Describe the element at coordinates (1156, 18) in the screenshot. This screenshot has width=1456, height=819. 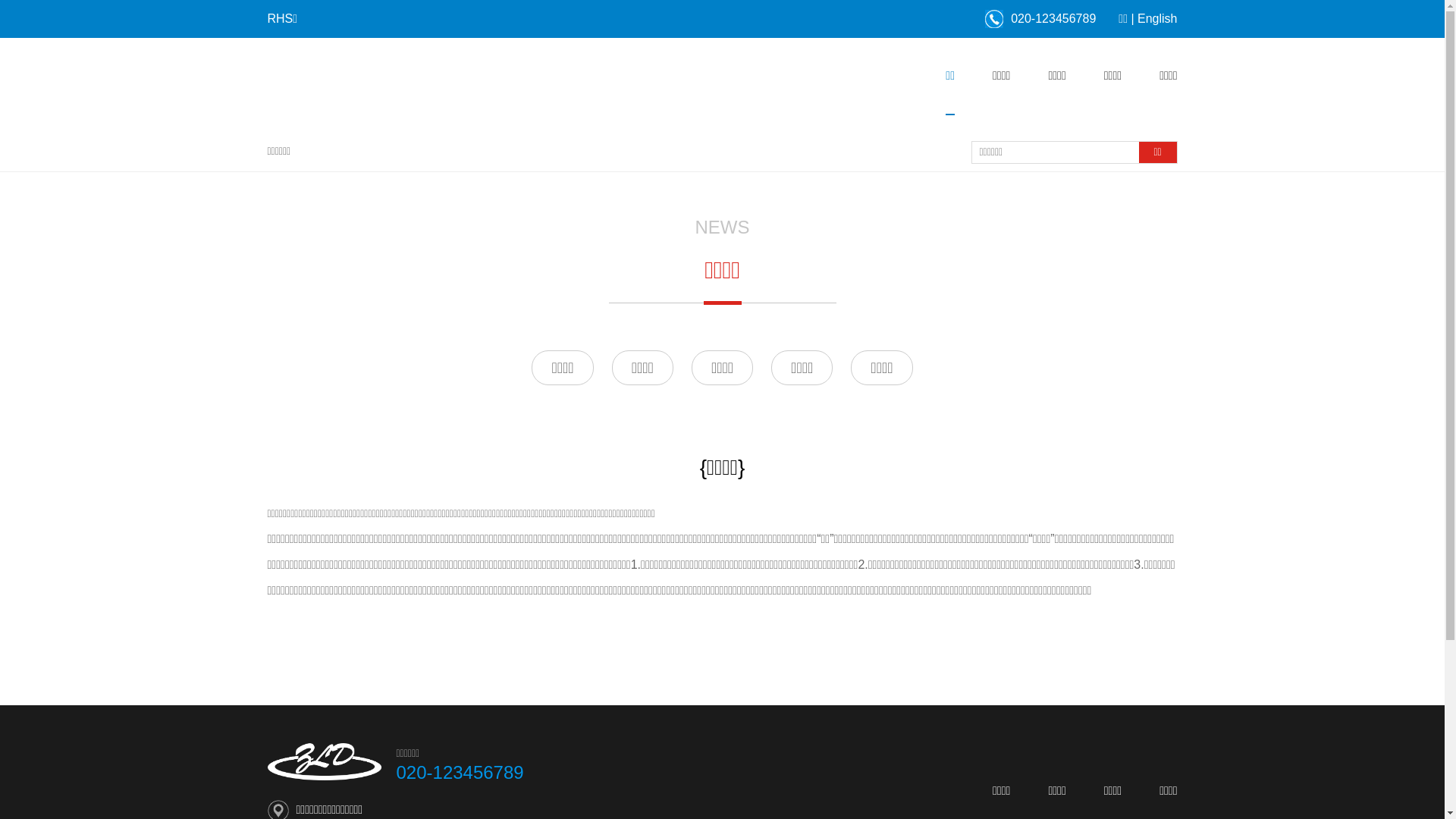
I see `'English'` at that location.